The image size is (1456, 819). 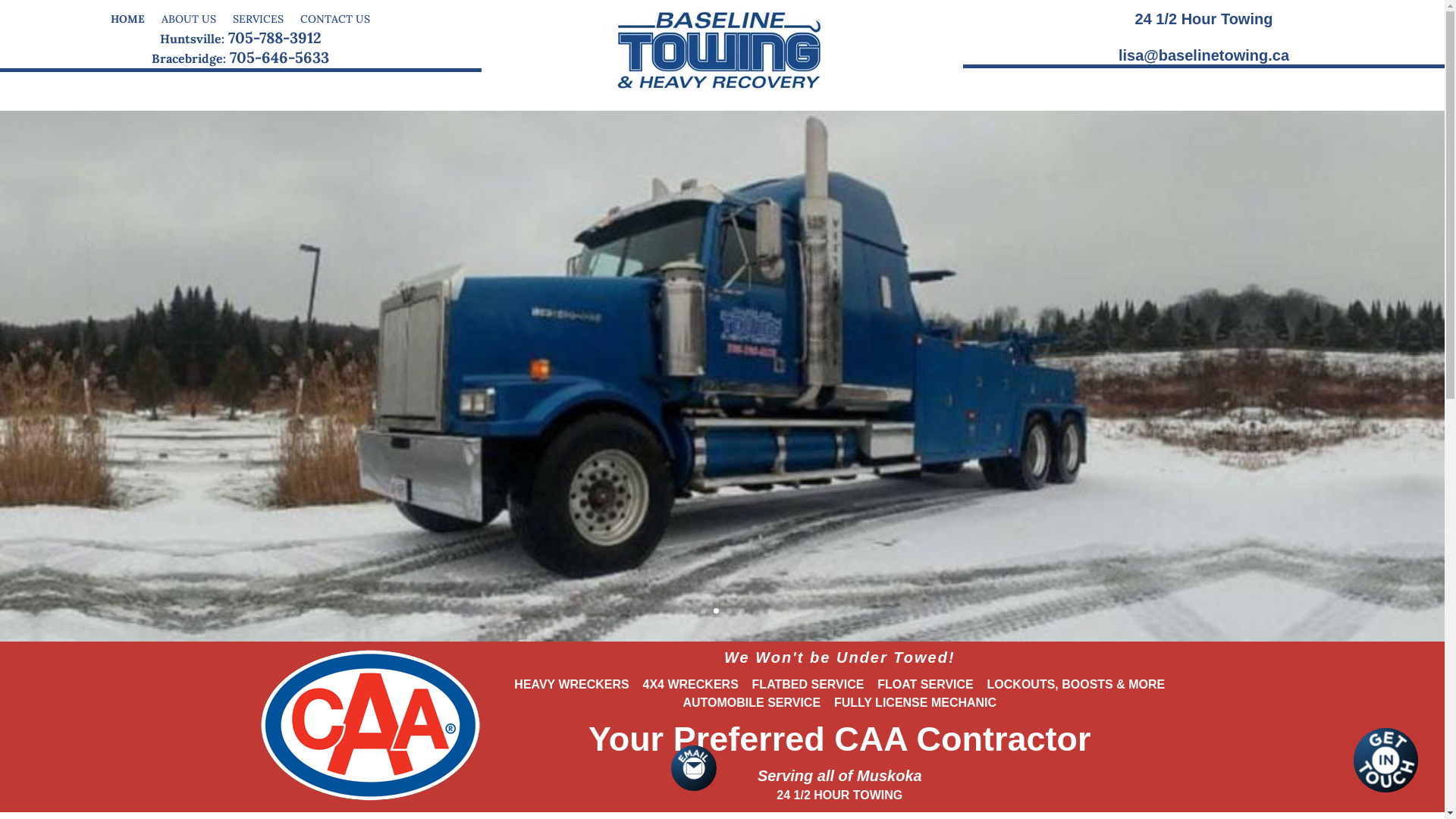 What do you see at coordinates (714, 610) in the screenshot?
I see `'2'` at bounding box center [714, 610].